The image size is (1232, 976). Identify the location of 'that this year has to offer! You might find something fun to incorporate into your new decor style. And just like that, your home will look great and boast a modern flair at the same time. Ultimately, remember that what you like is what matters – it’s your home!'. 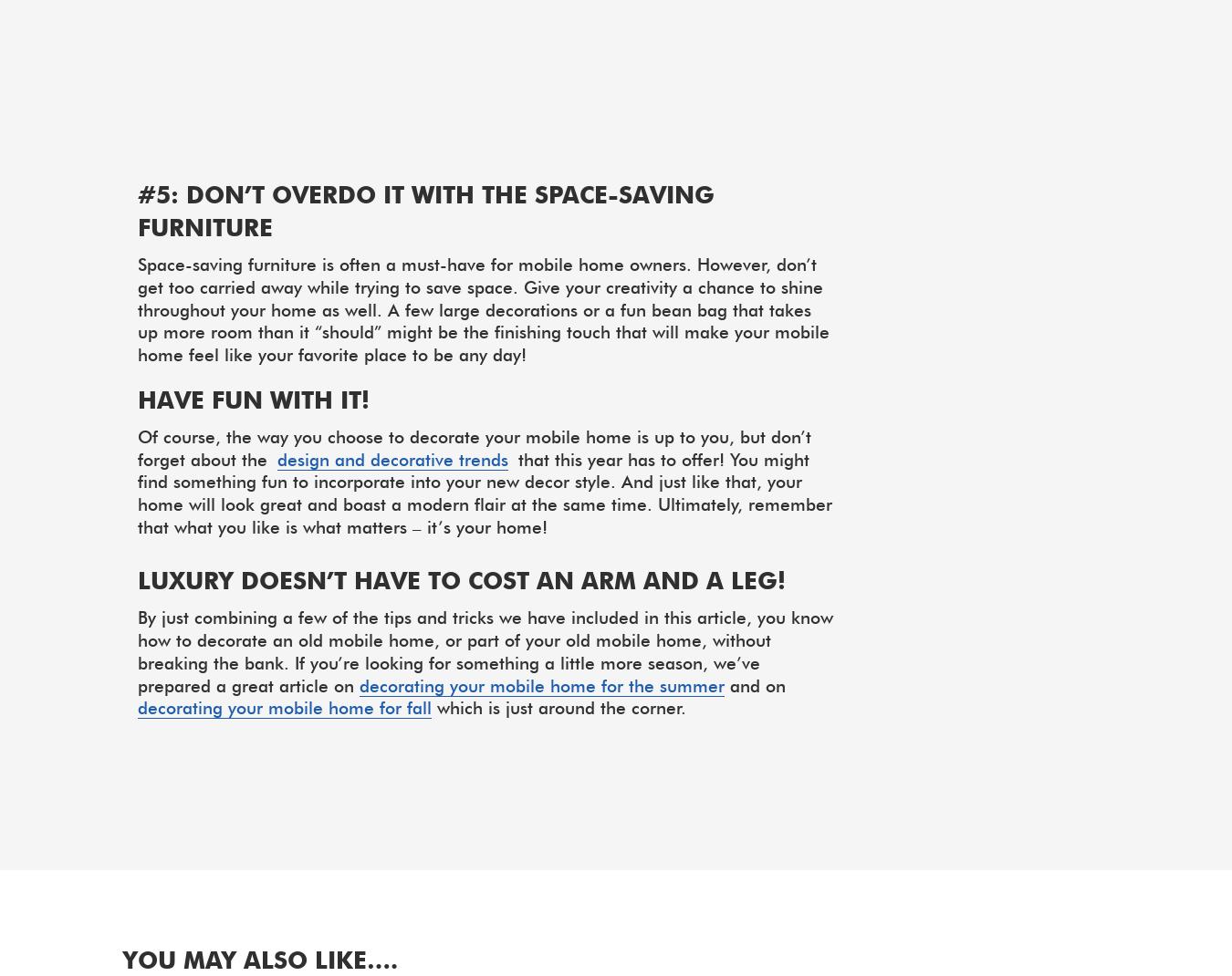
(484, 492).